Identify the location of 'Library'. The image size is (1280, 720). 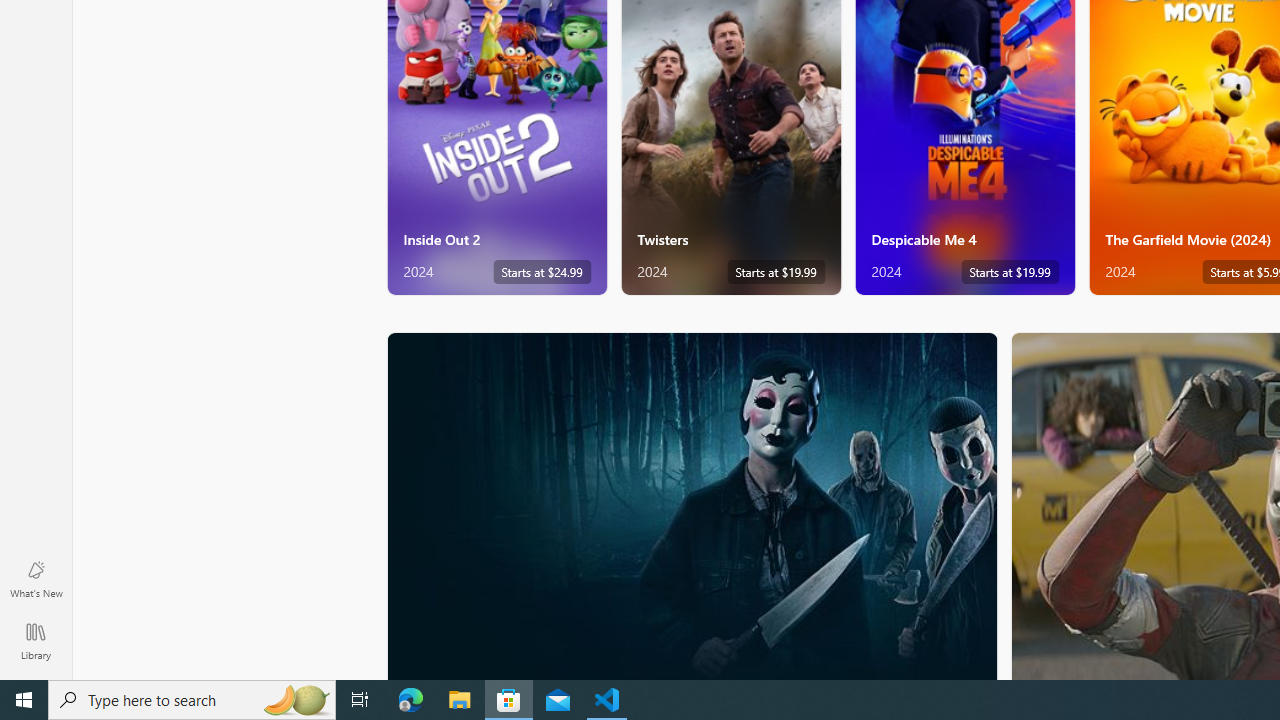
(35, 640).